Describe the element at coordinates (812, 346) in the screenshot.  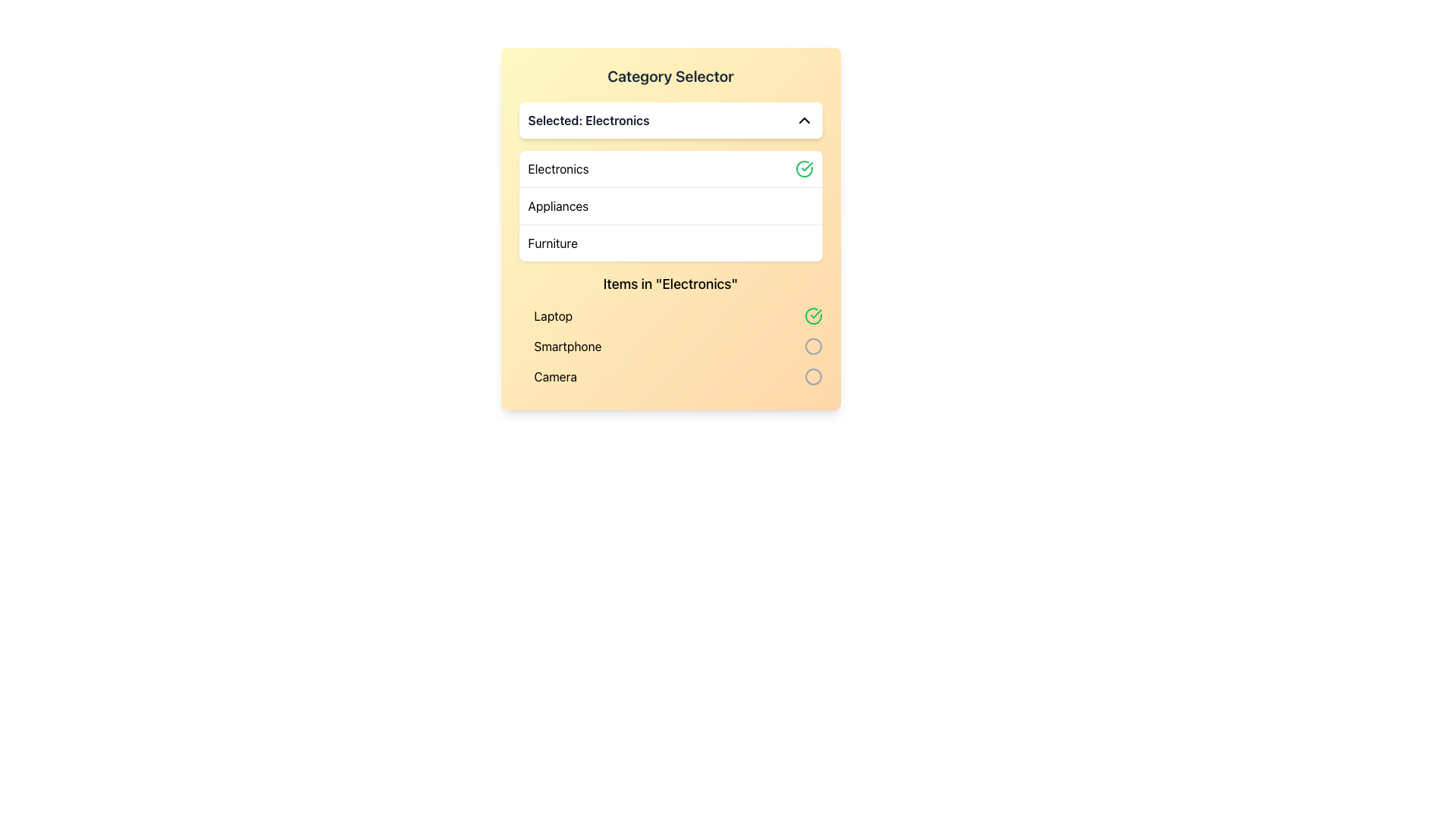
I see `the circular icon with a gray outline located to the right of the 'Smartphone' label in the second row of the 'Items in "Electronics"' section` at that location.